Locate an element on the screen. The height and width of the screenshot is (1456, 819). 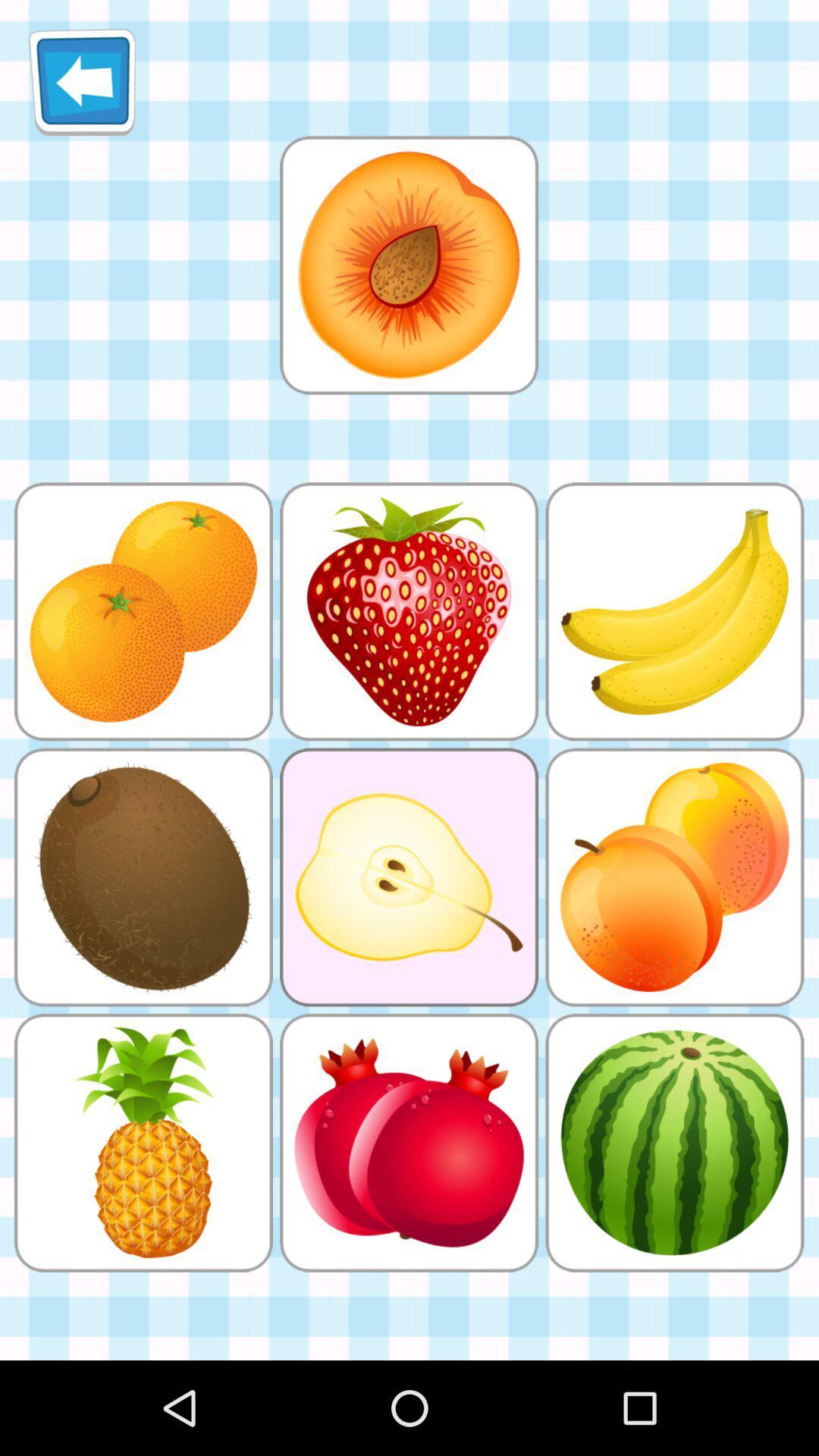
peach is located at coordinates (408, 265).